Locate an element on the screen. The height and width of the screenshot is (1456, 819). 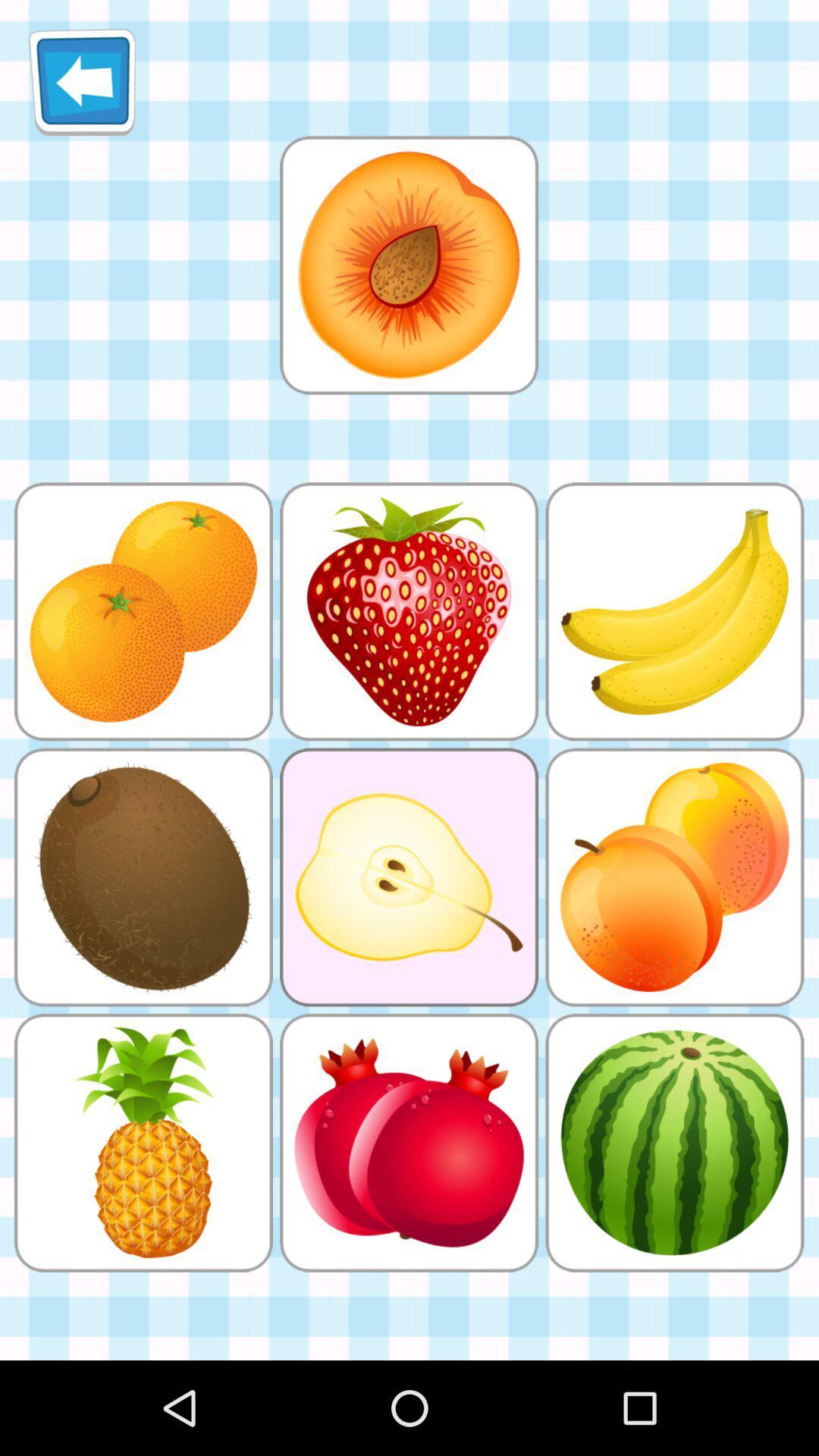
peach is located at coordinates (408, 265).